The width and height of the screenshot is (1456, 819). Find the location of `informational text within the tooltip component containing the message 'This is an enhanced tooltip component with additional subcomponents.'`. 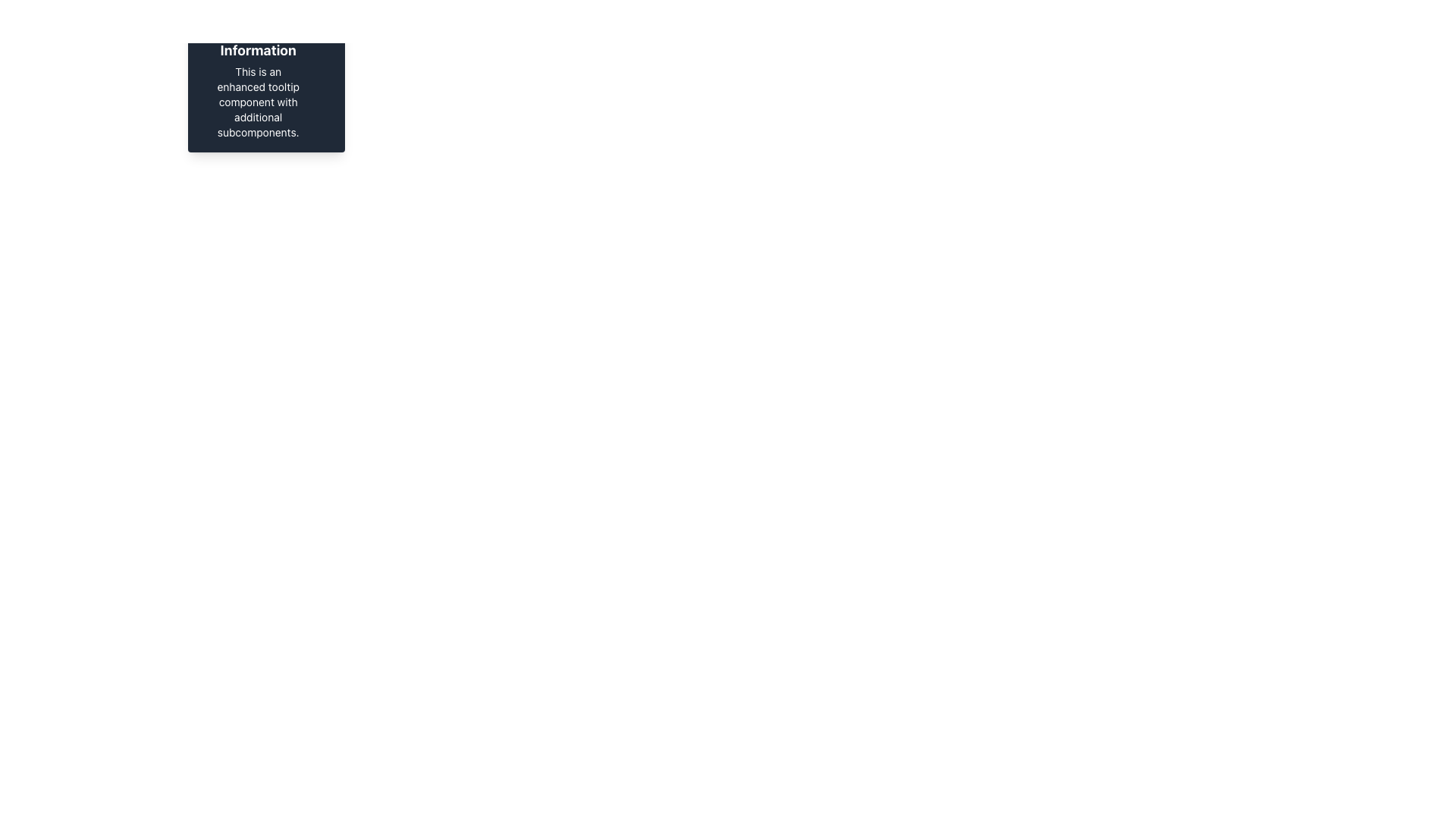

informational text within the tooltip component containing the message 'This is an enhanced tooltip component with additional subcomponents.' is located at coordinates (234, 76).